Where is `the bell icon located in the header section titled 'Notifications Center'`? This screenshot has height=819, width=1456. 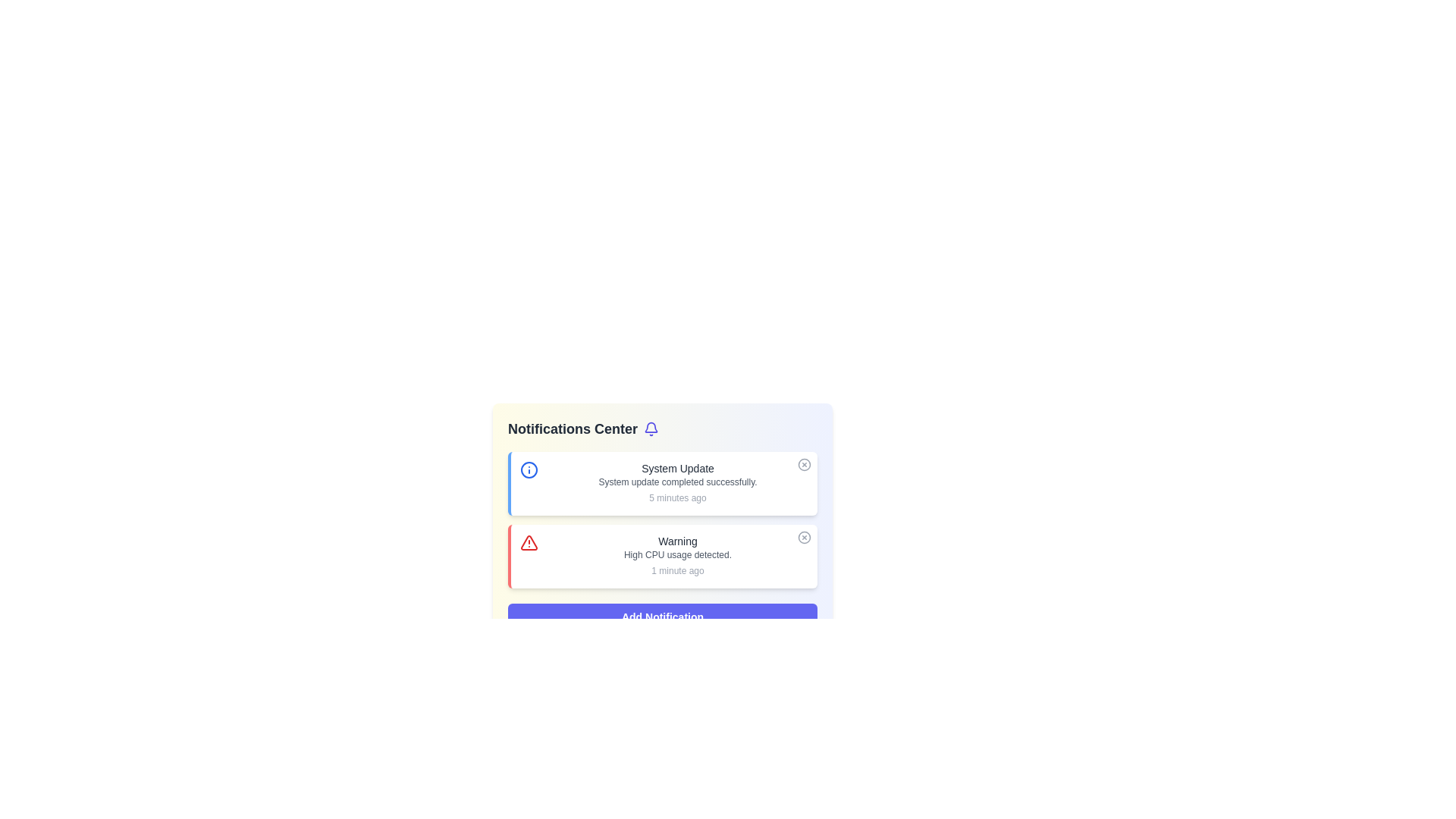 the bell icon located in the header section titled 'Notifications Center' is located at coordinates (651, 429).